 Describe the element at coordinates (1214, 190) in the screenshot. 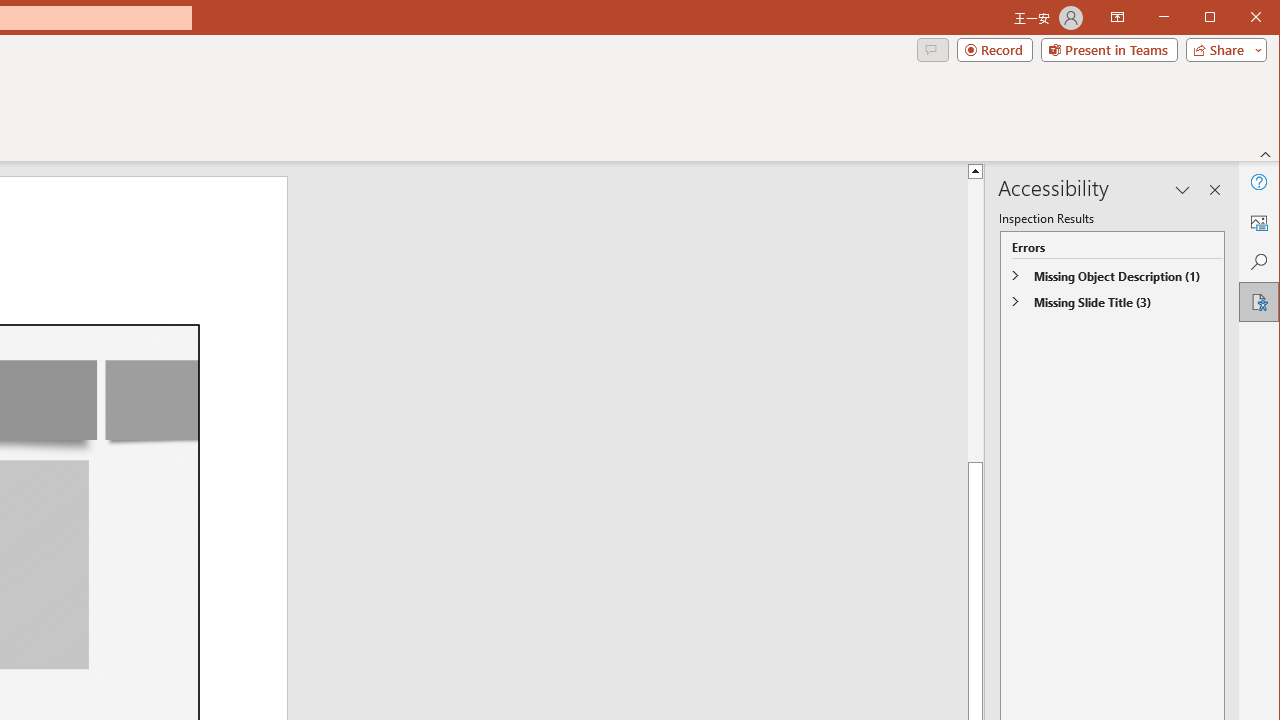

I see `'Close pane'` at that location.